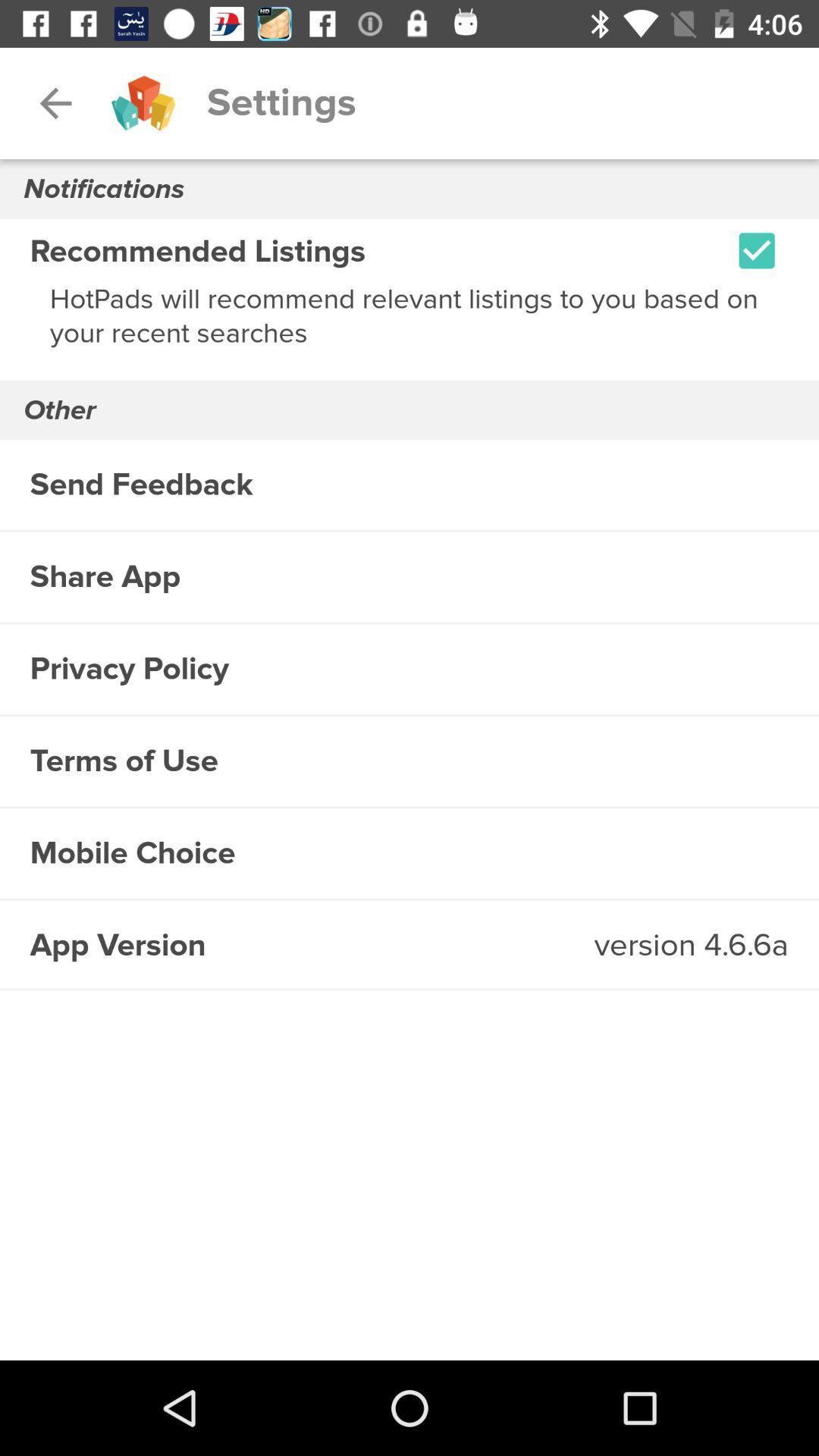 This screenshot has height=1456, width=819. Describe the element at coordinates (409, 761) in the screenshot. I see `terms of use item` at that location.